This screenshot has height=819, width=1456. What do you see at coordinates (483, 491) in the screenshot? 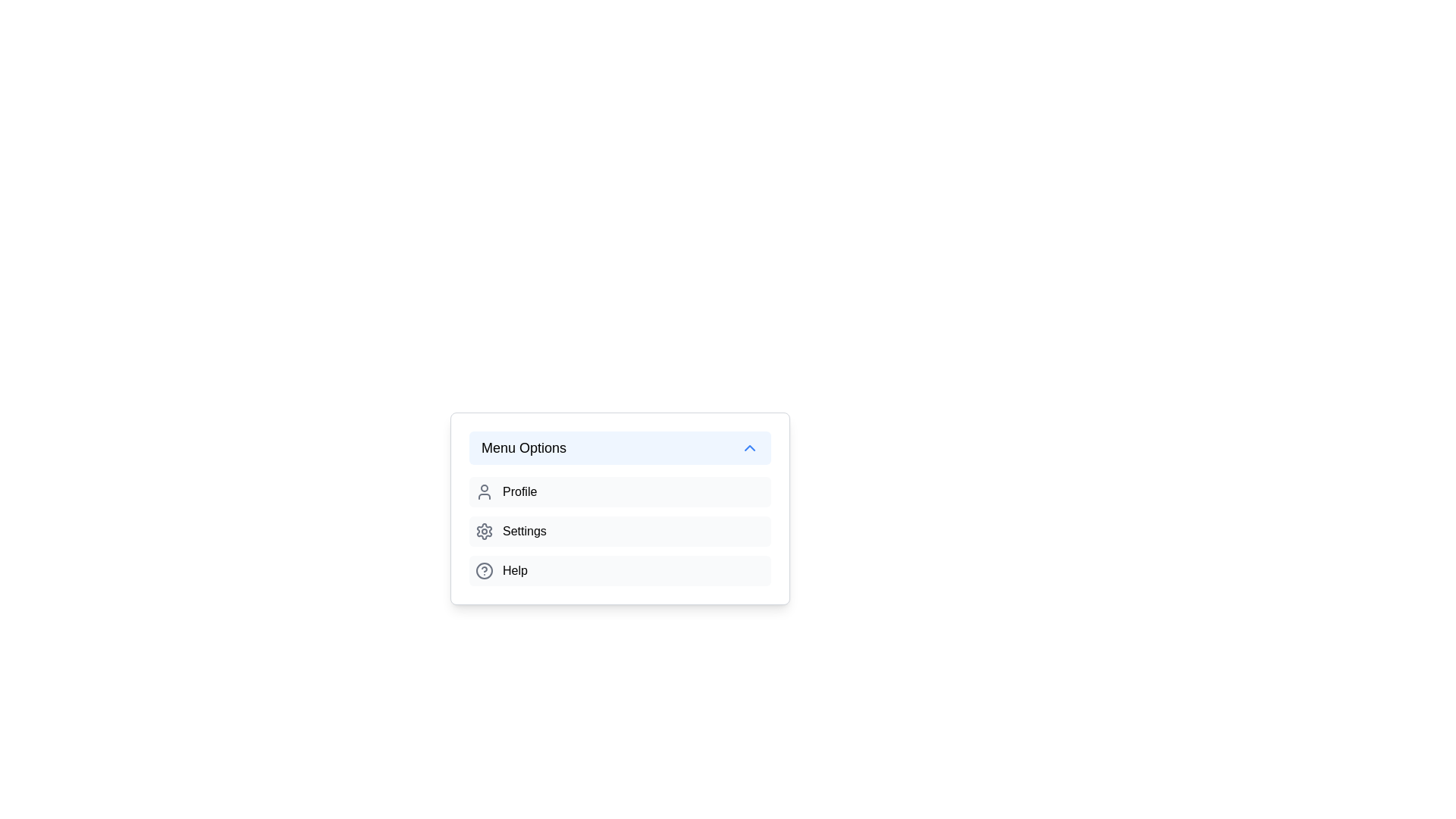
I see `the 'Profile' menu item which is located directly beside the user icon represented by a gray outline of a person in a circle` at bounding box center [483, 491].